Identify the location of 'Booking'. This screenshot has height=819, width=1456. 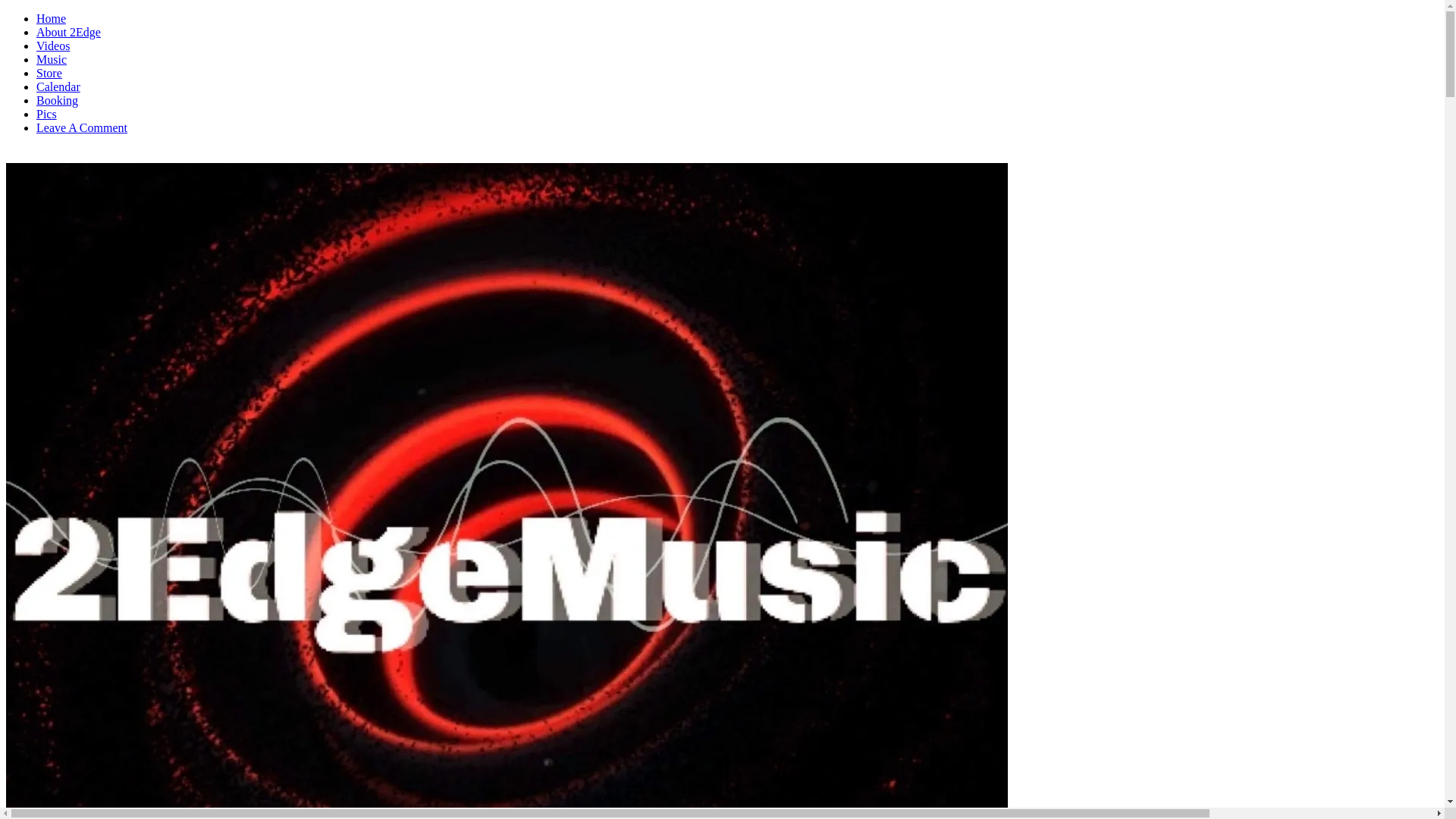
(57, 100).